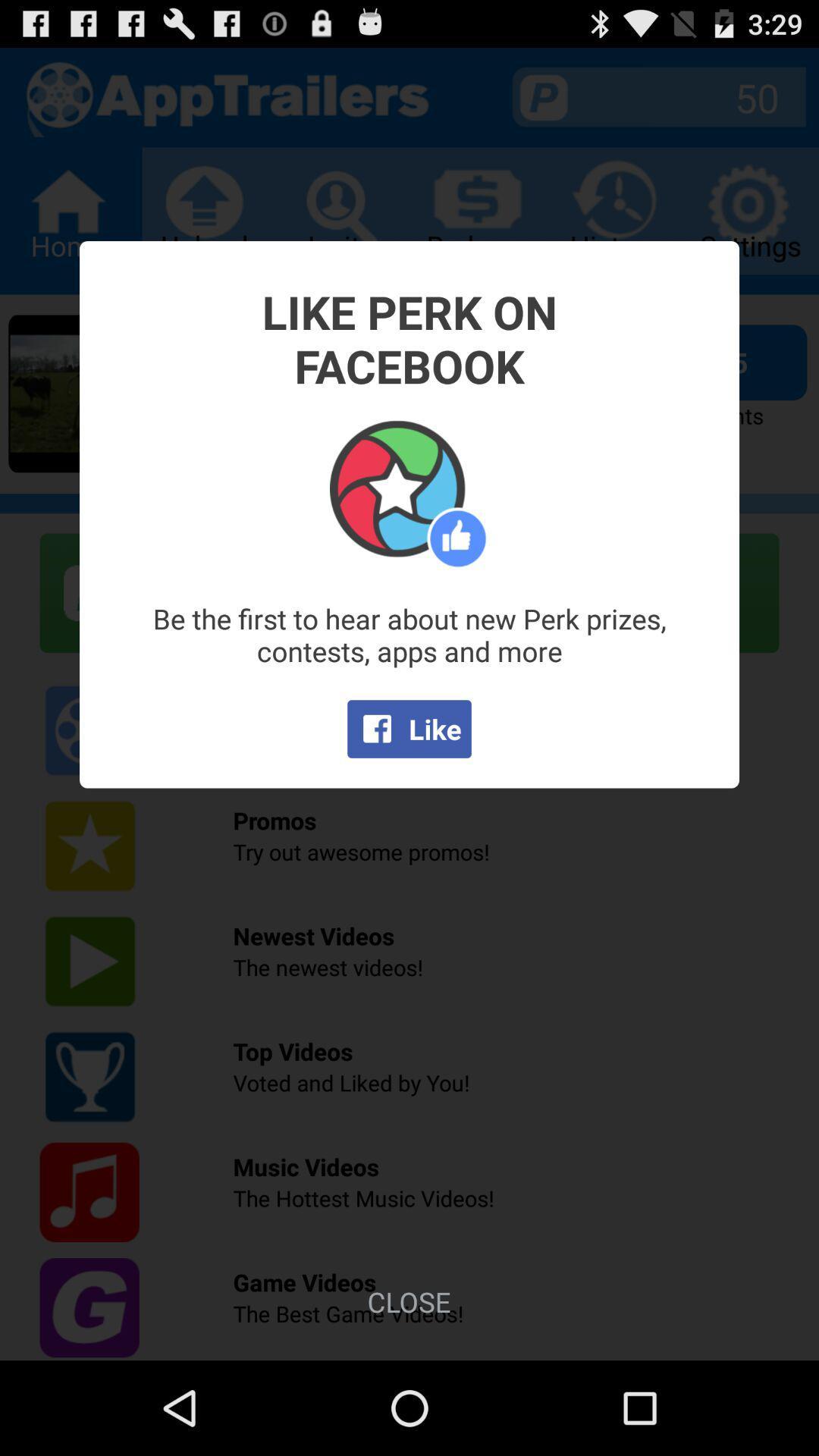  I want to click on app at the bottom, so click(408, 1301).